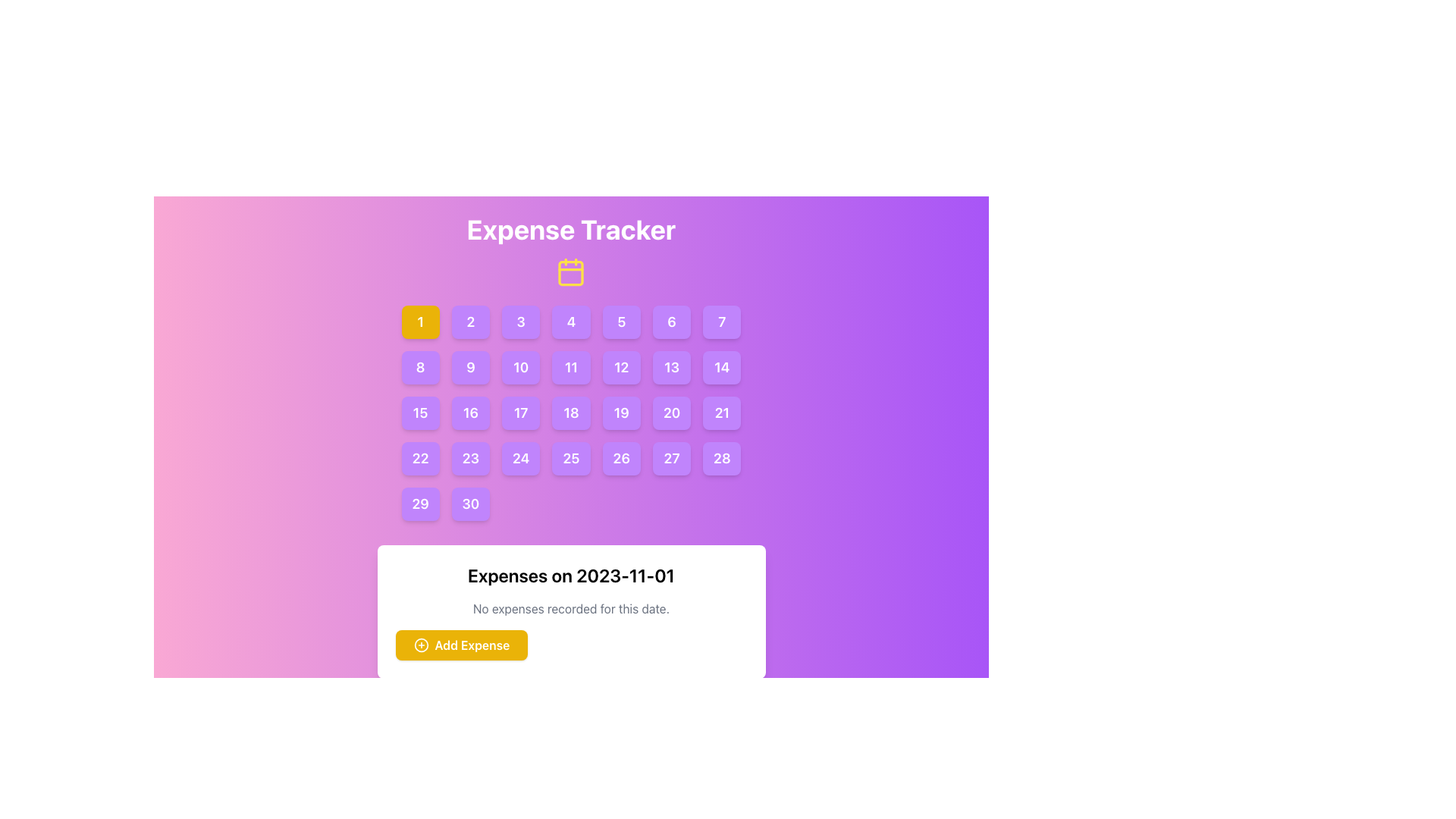  Describe the element at coordinates (421, 645) in the screenshot. I see `the outer circular component of the 'Add Expense' button, which is part of the SVG icon designed to signify the addition functionality` at that location.